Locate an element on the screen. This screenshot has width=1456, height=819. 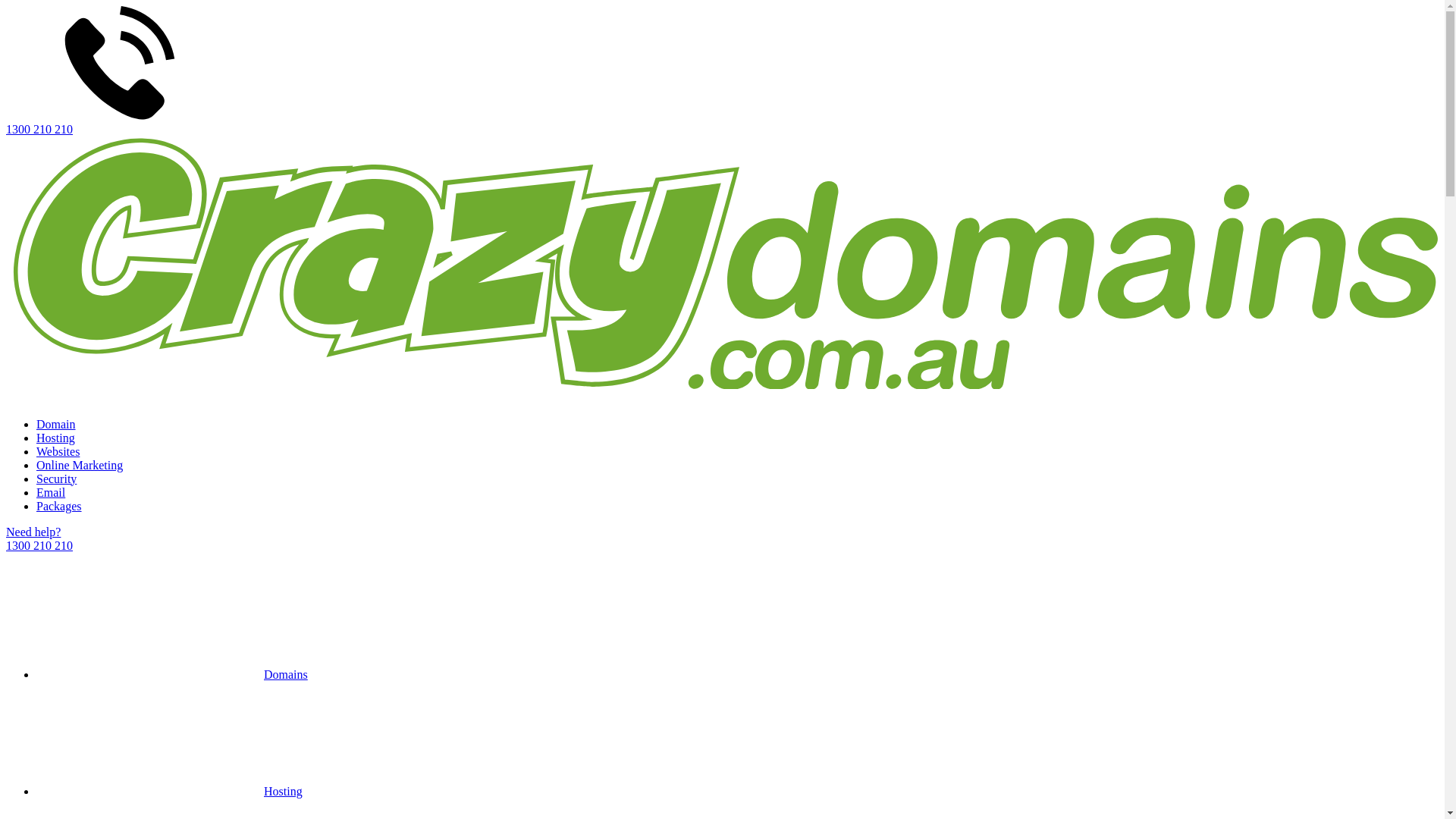
'Need help? is located at coordinates (721, 538).